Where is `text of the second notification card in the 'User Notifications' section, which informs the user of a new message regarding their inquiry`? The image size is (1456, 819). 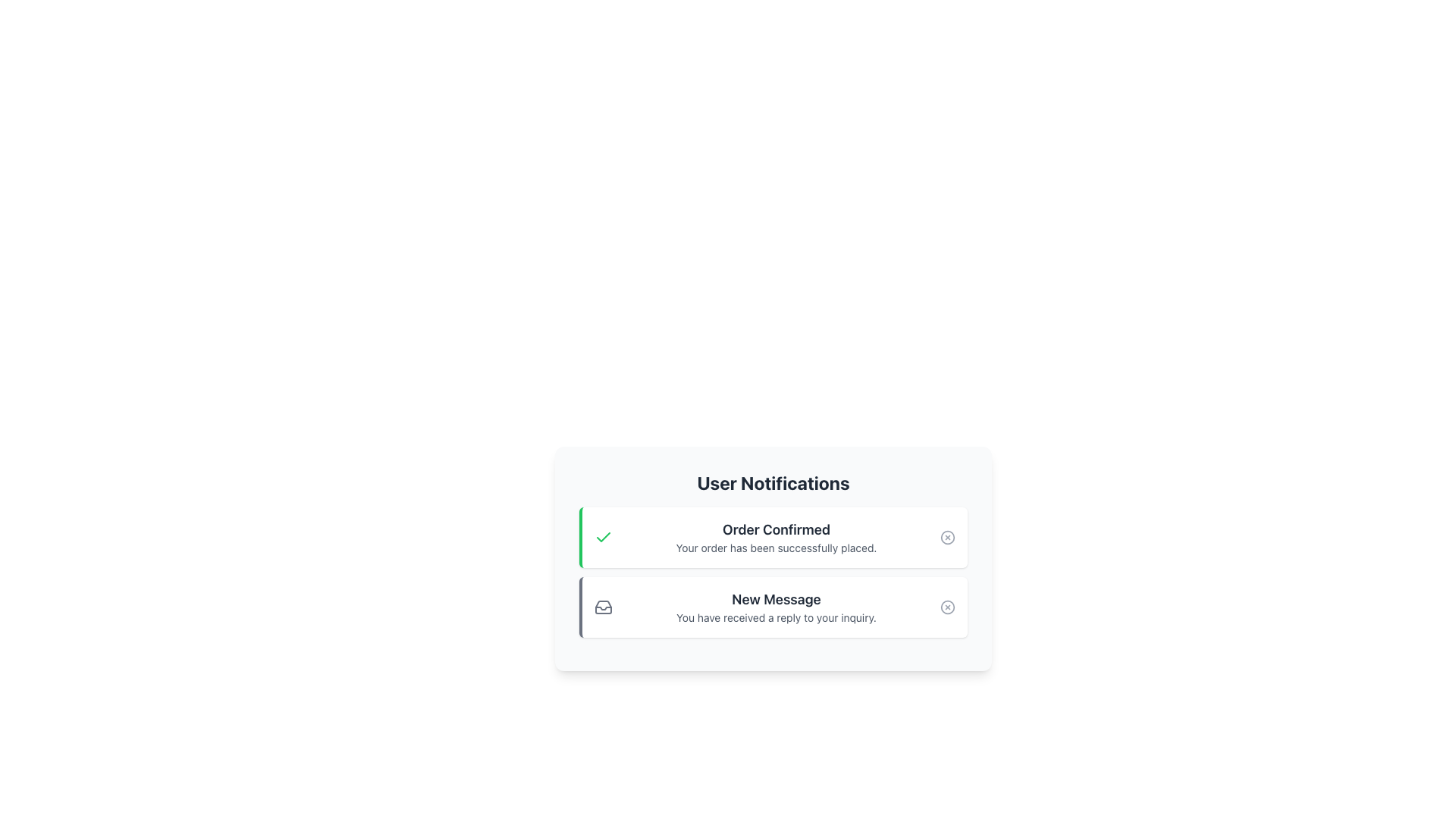
text of the second notification card in the 'User Notifications' section, which informs the user of a new message regarding their inquiry is located at coordinates (773, 607).